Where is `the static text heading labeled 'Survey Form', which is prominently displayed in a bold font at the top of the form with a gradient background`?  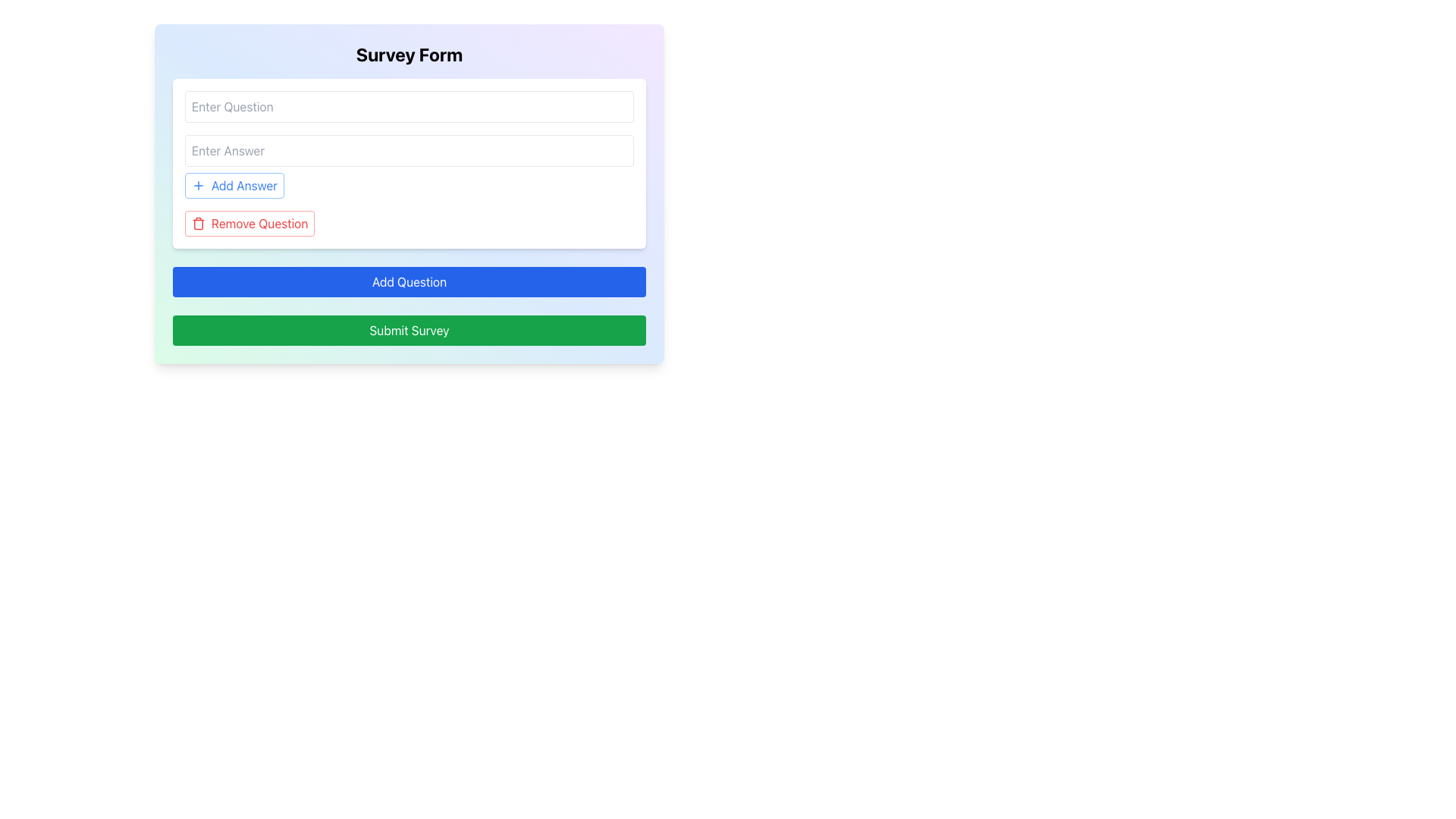
the static text heading labeled 'Survey Form', which is prominently displayed in a bold font at the top of the form with a gradient background is located at coordinates (409, 54).